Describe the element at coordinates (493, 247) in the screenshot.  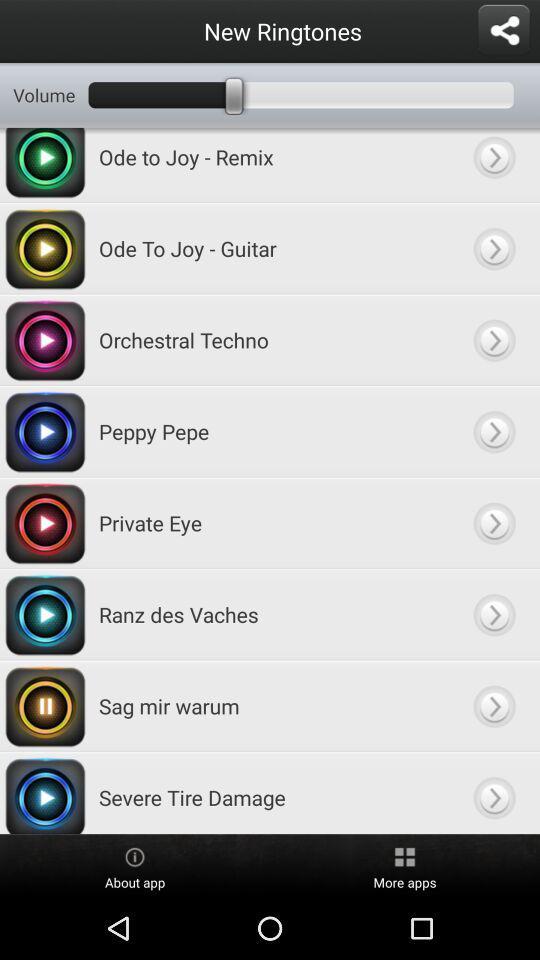
I see `click more options arrow` at that location.